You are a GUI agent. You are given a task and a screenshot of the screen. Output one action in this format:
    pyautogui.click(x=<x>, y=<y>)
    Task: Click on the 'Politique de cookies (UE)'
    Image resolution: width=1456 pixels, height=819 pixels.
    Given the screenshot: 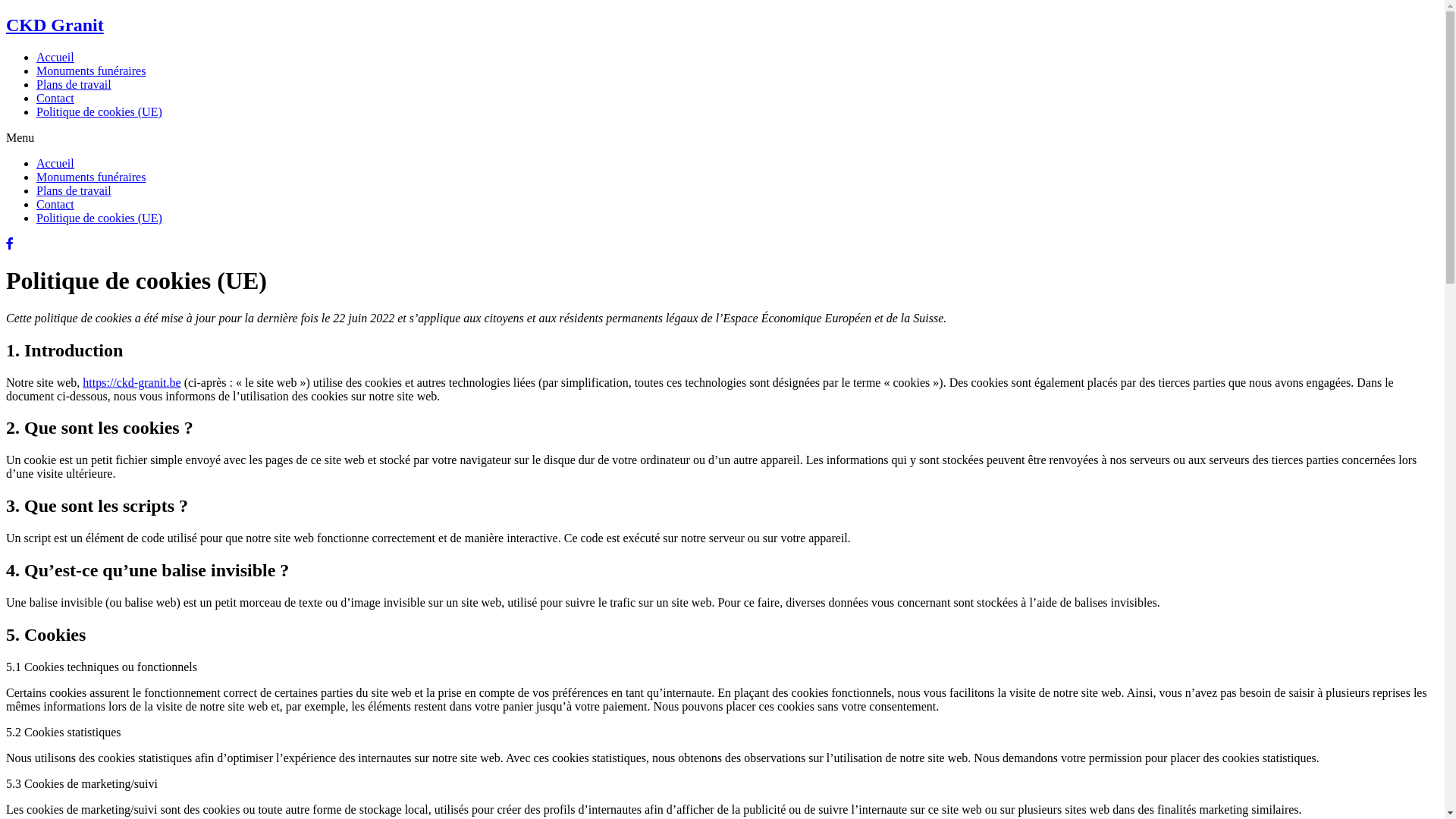 What is the action you would take?
    pyautogui.click(x=98, y=218)
    